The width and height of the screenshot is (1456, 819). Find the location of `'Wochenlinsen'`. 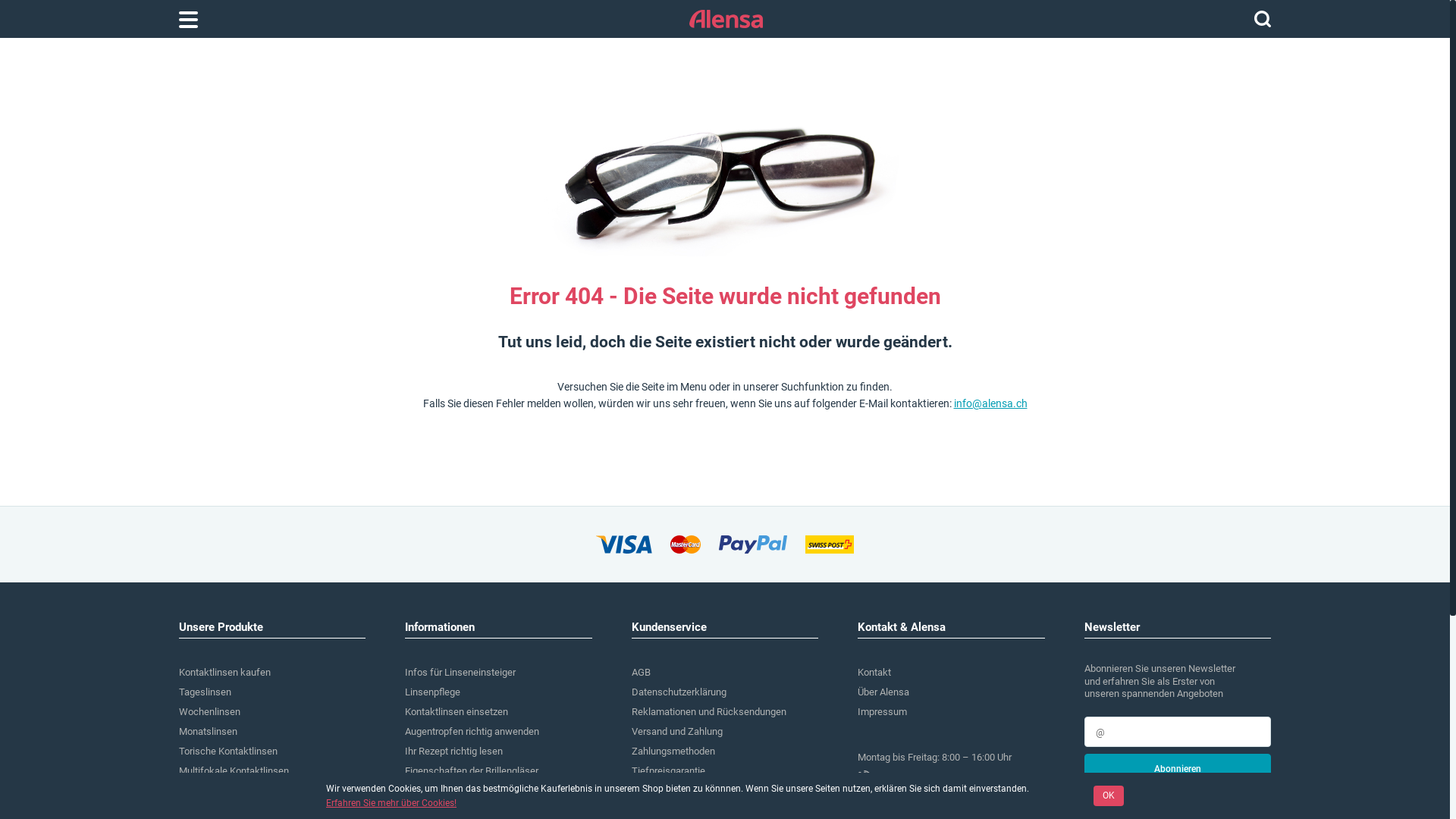

'Wochenlinsen' is located at coordinates (209, 711).